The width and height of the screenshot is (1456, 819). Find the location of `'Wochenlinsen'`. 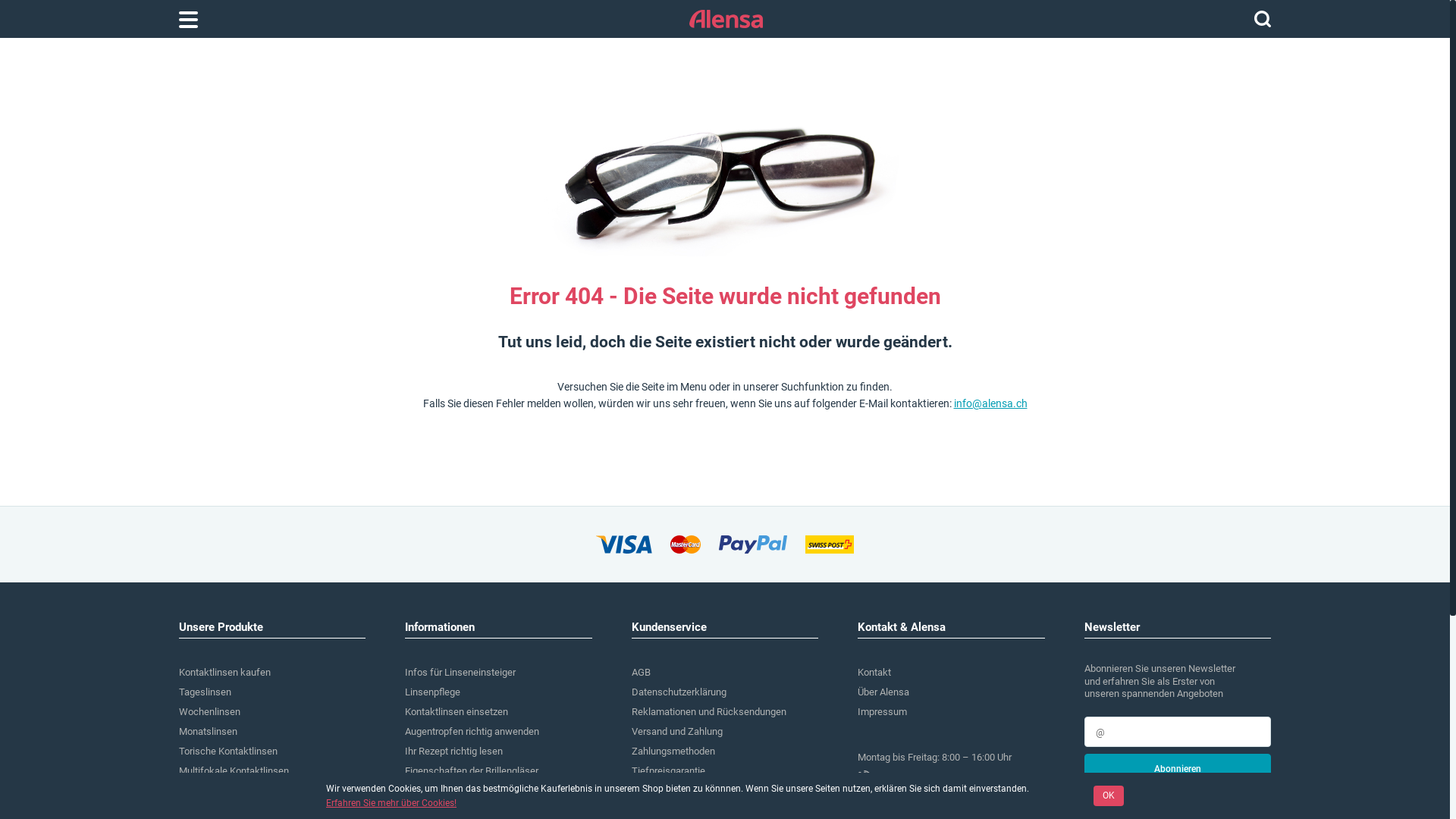

'Wochenlinsen' is located at coordinates (209, 711).